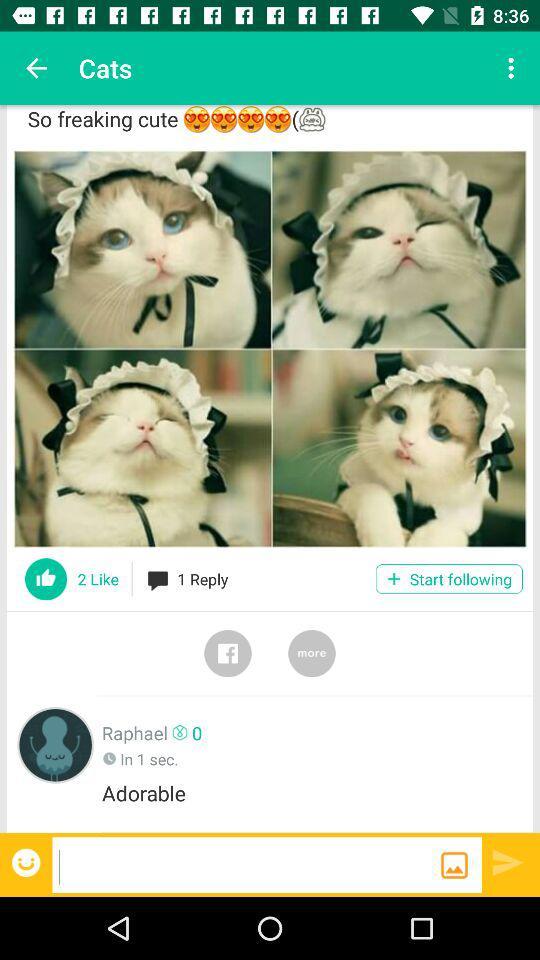 The width and height of the screenshot is (540, 960). Describe the element at coordinates (312, 652) in the screenshot. I see `to more options click to more options` at that location.